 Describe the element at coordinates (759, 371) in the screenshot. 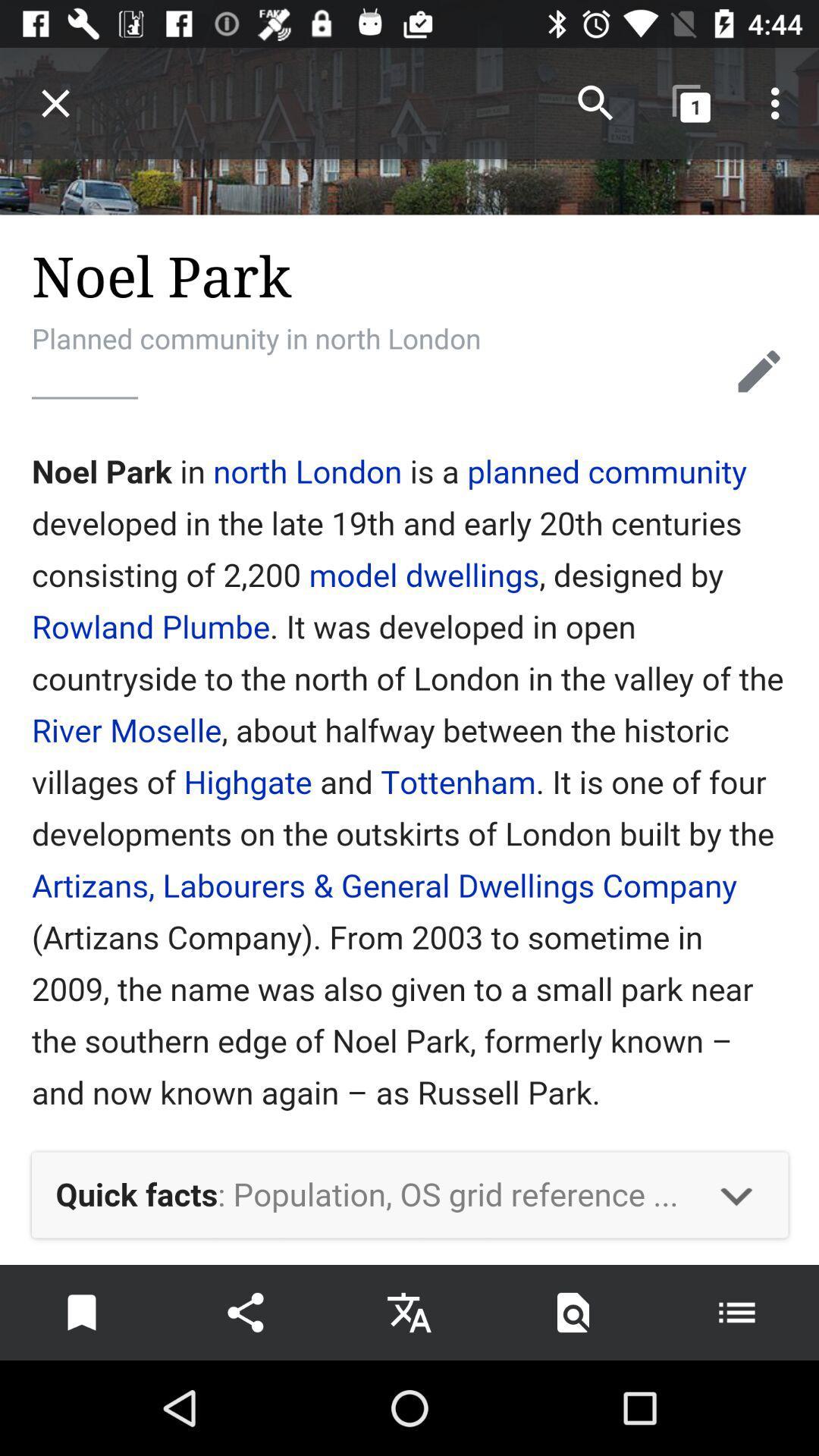

I see `the edit icon` at that location.